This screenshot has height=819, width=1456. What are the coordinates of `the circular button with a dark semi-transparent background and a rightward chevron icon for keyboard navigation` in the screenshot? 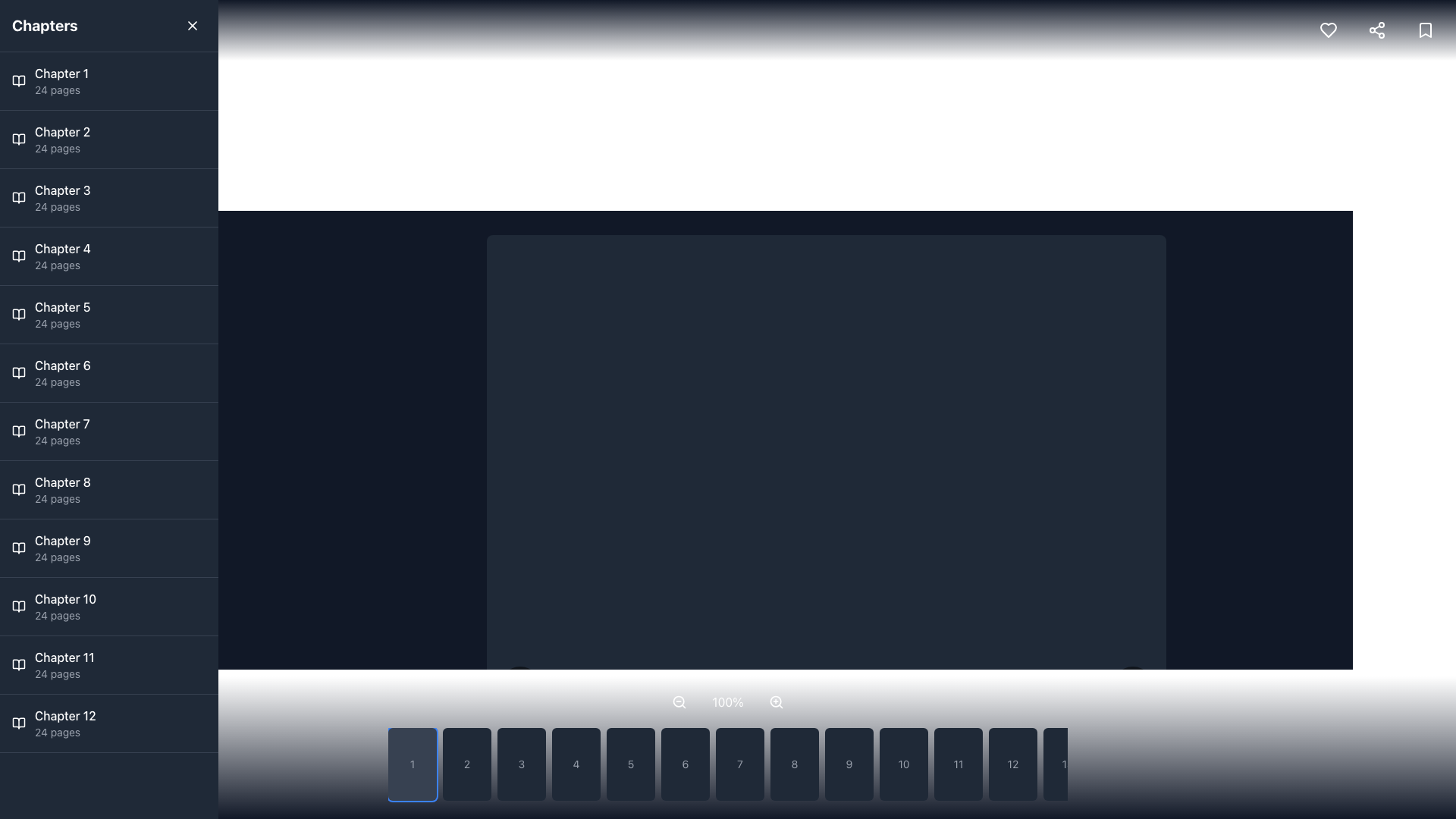 It's located at (1132, 688).